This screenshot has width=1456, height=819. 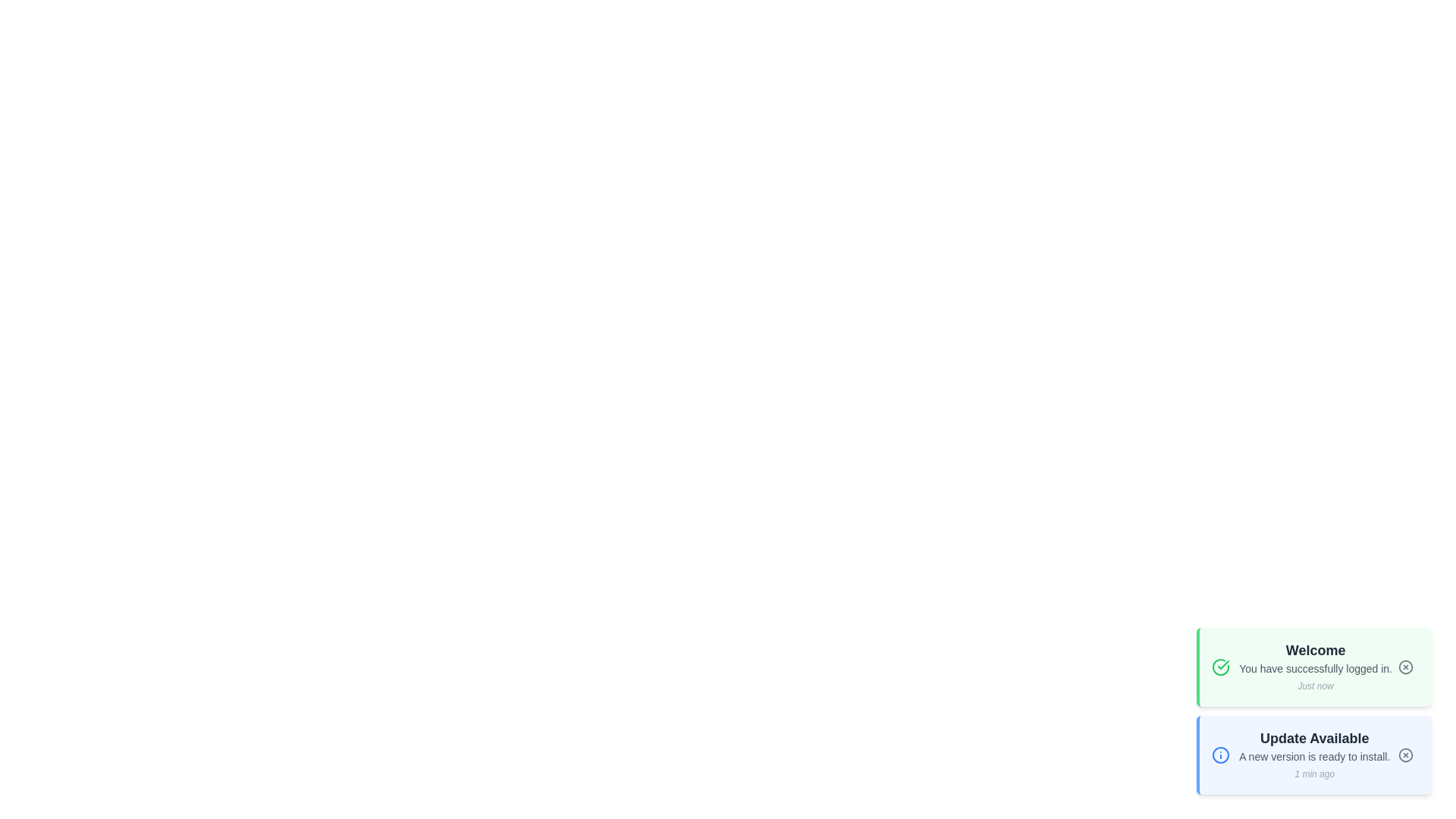 I want to click on the close button of the first notification to dismiss it, so click(x=1404, y=666).